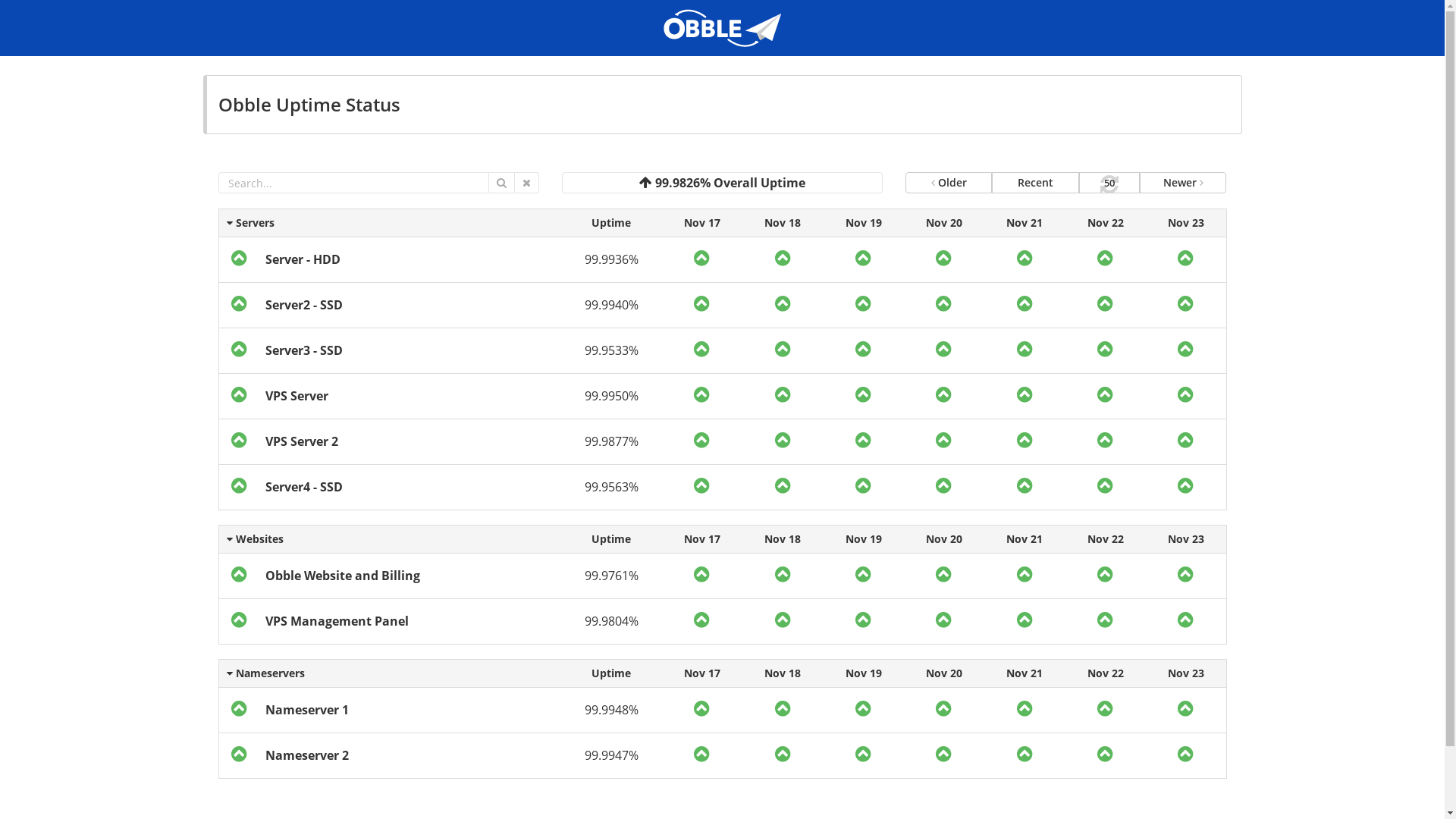 This screenshot has height=819, width=1456. I want to click on '99.9947%', so click(611, 755).